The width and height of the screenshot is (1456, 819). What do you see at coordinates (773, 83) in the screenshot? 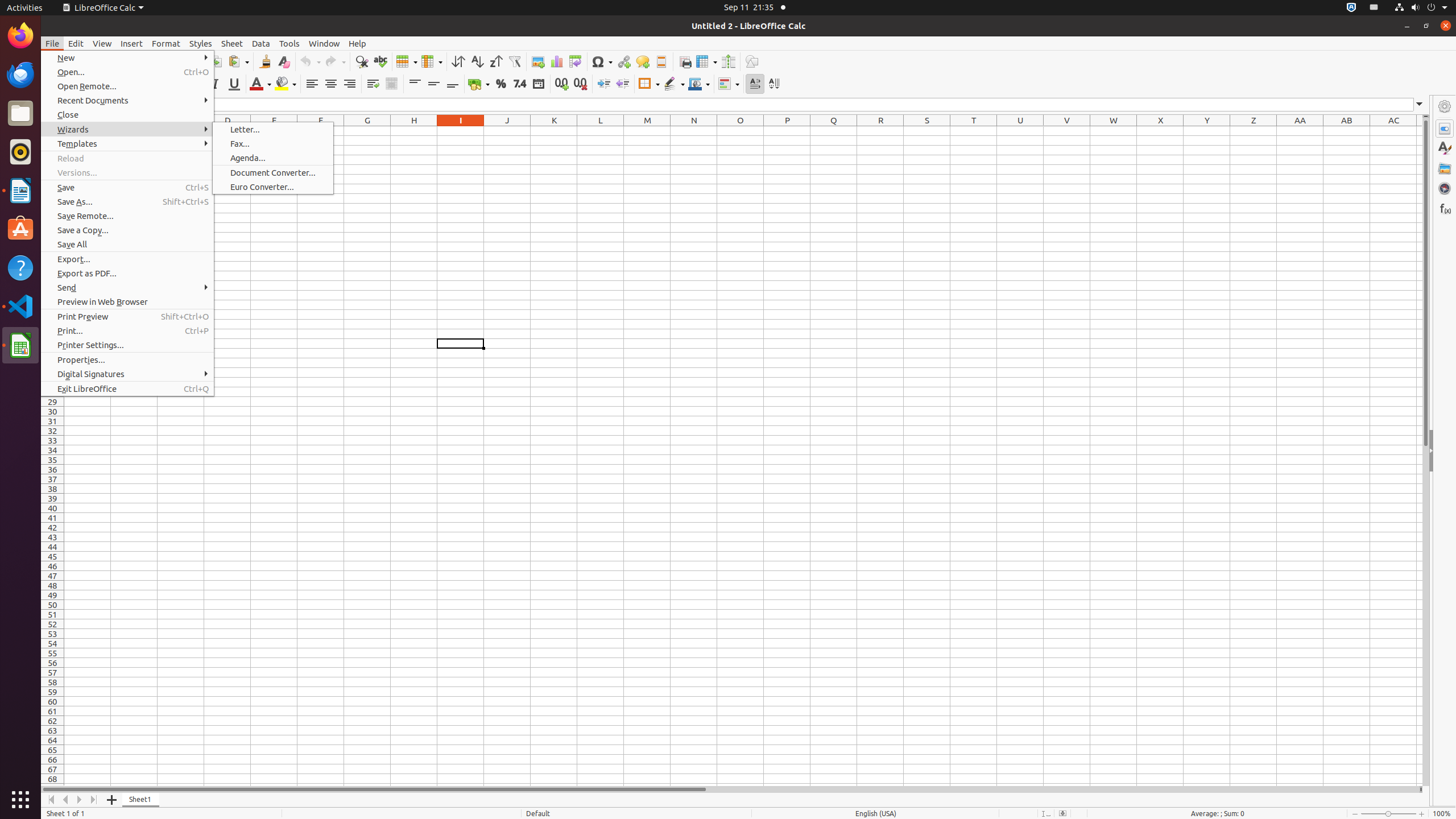
I see `'Text direction from top to bottom'` at bounding box center [773, 83].